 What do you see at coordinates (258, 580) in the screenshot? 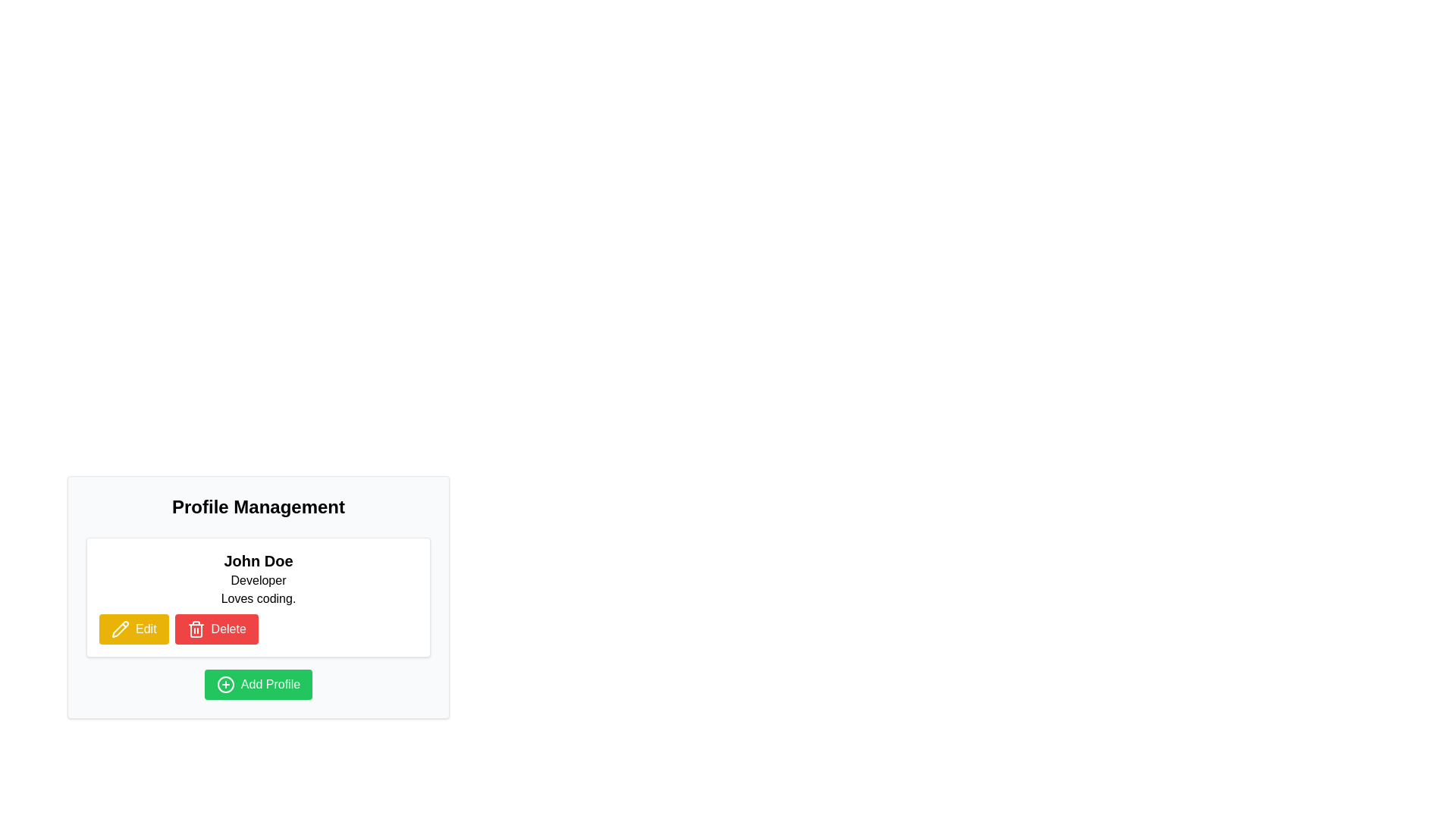
I see `the 'Developer' text label, which is a plain black text label centered beneath the title 'John Doe' in the profile information section` at bounding box center [258, 580].